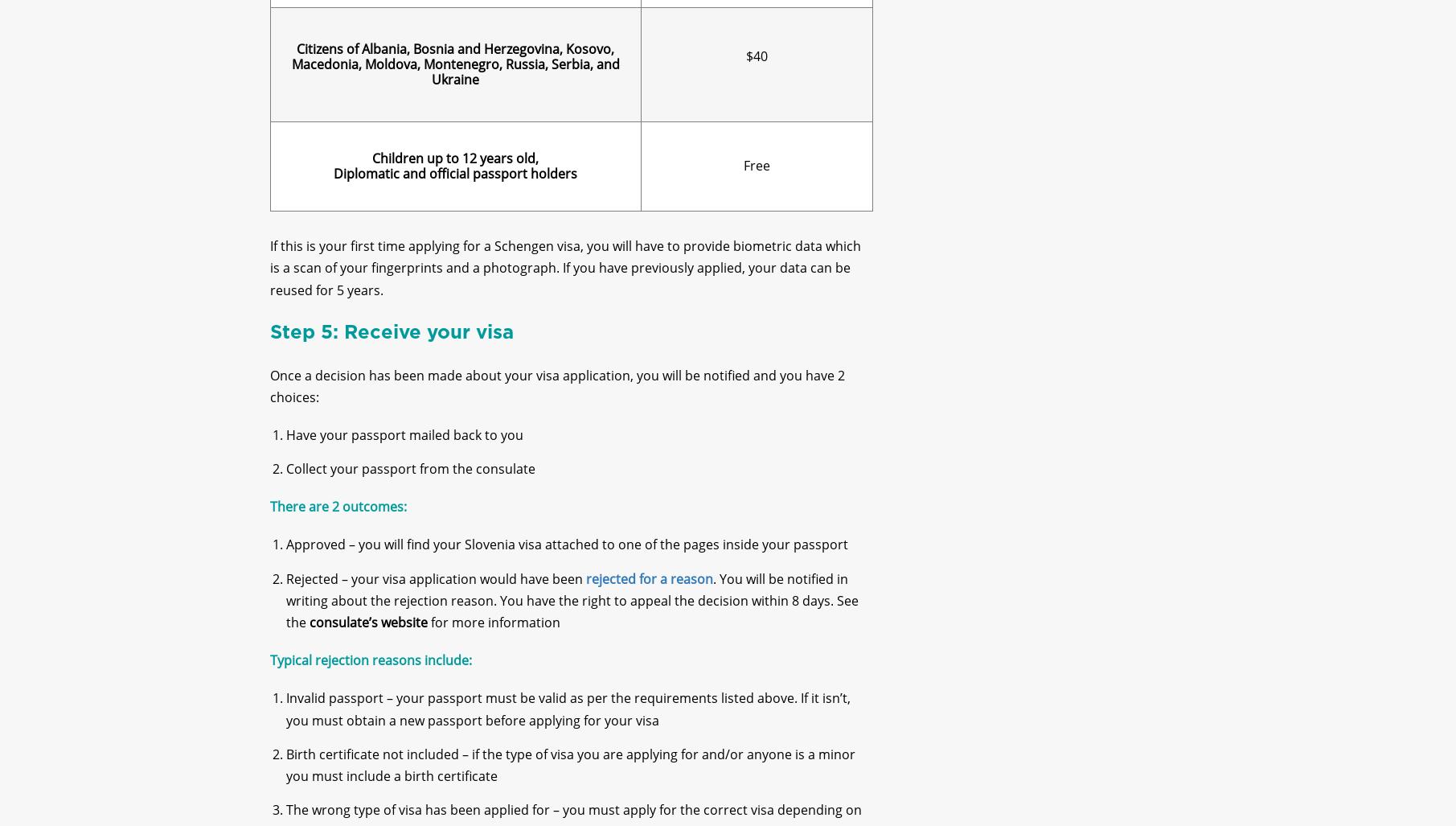 Image resolution: width=1456 pixels, height=826 pixels. What do you see at coordinates (337, 520) in the screenshot?
I see `'There are 2 outcomes:'` at bounding box center [337, 520].